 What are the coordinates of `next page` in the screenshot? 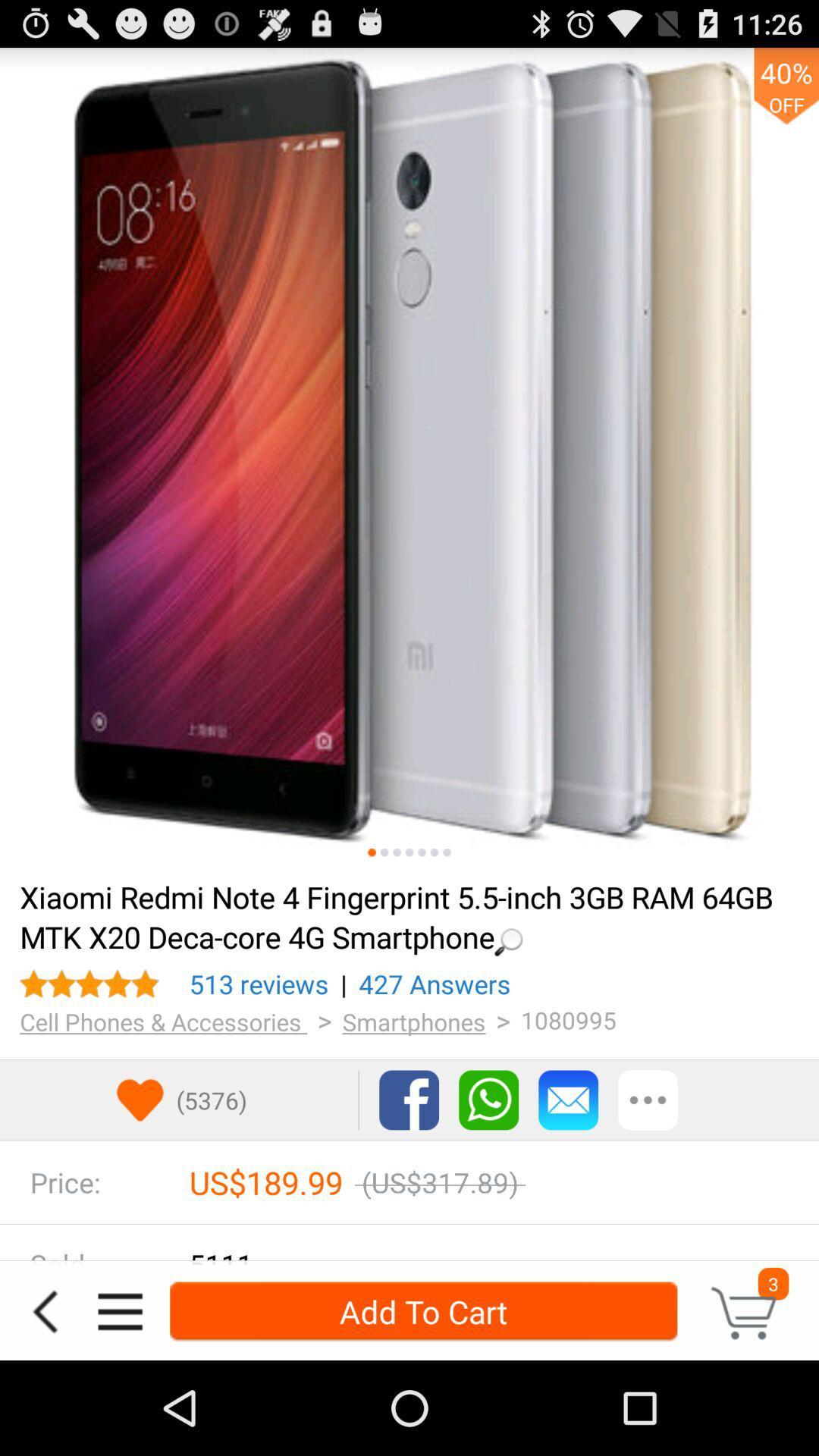 It's located at (409, 852).